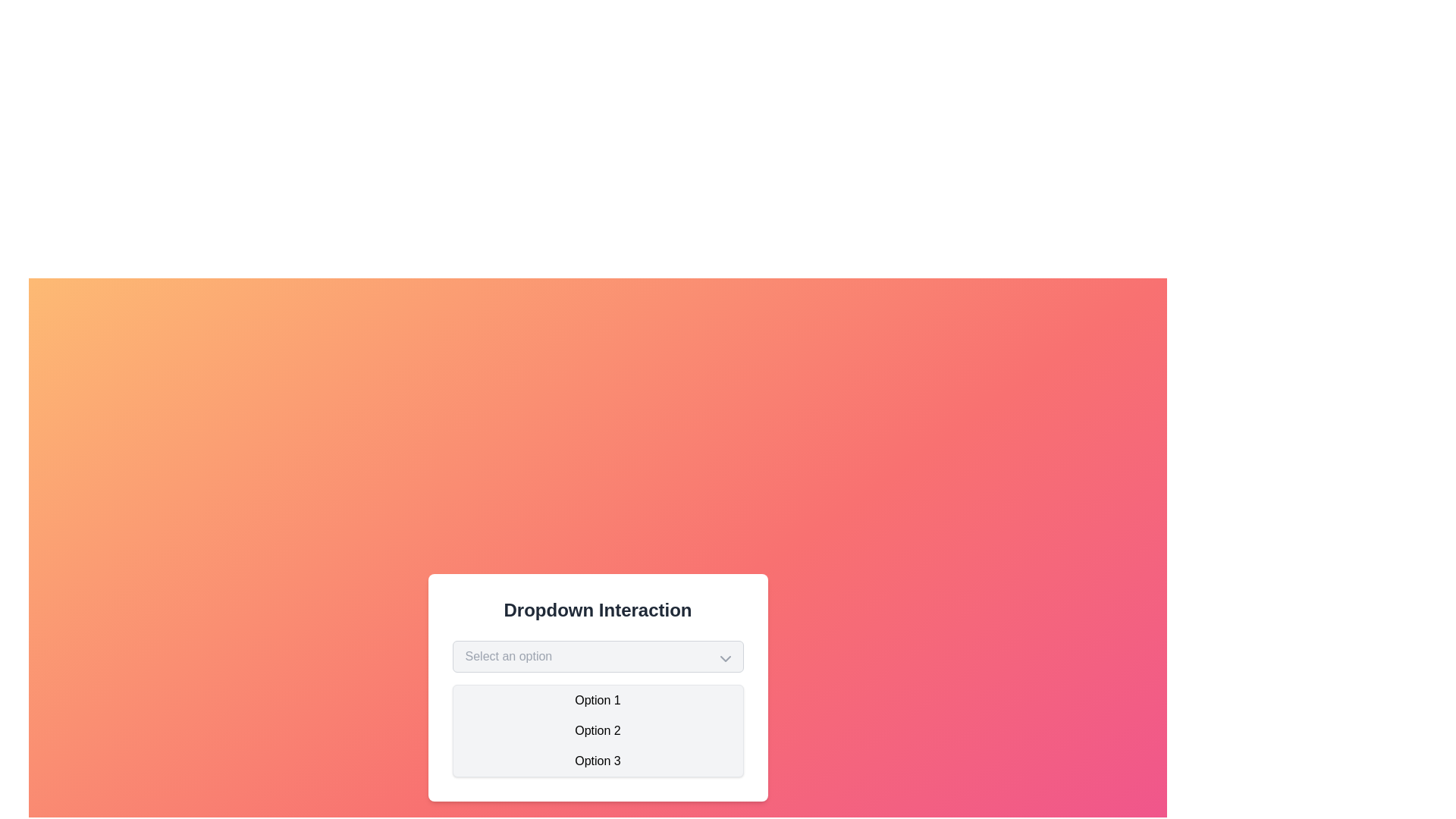  Describe the element at coordinates (597, 701) in the screenshot. I see `the first option labeled 'Option 1' in the dropdown menu to activate its hover state` at that location.